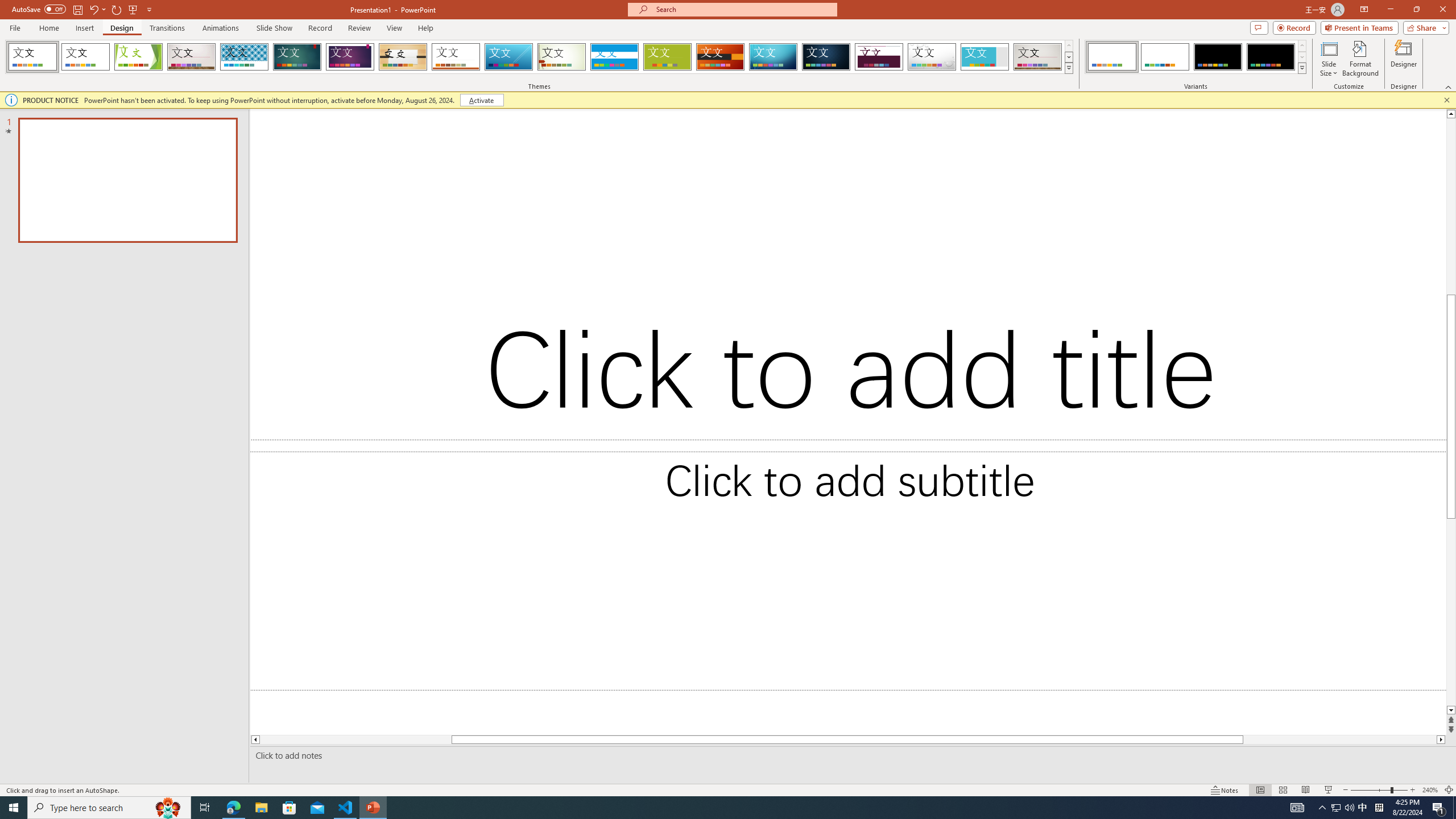  I want to click on 'Droplet', so click(932, 56).